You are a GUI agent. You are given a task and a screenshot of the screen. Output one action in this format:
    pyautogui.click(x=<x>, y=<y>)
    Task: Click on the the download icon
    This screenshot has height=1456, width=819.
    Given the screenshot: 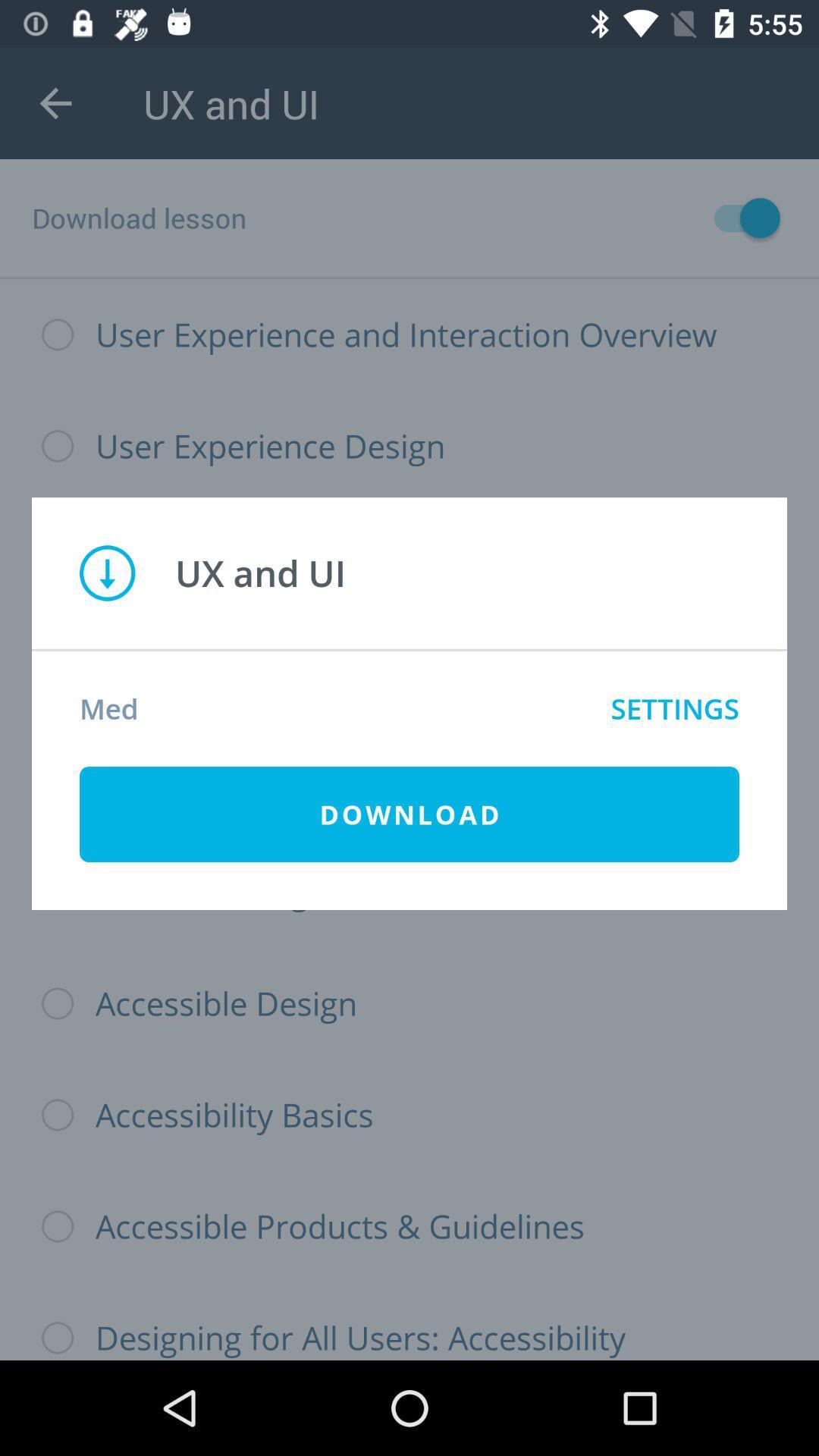 What is the action you would take?
    pyautogui.click(x=409, y=814)
    